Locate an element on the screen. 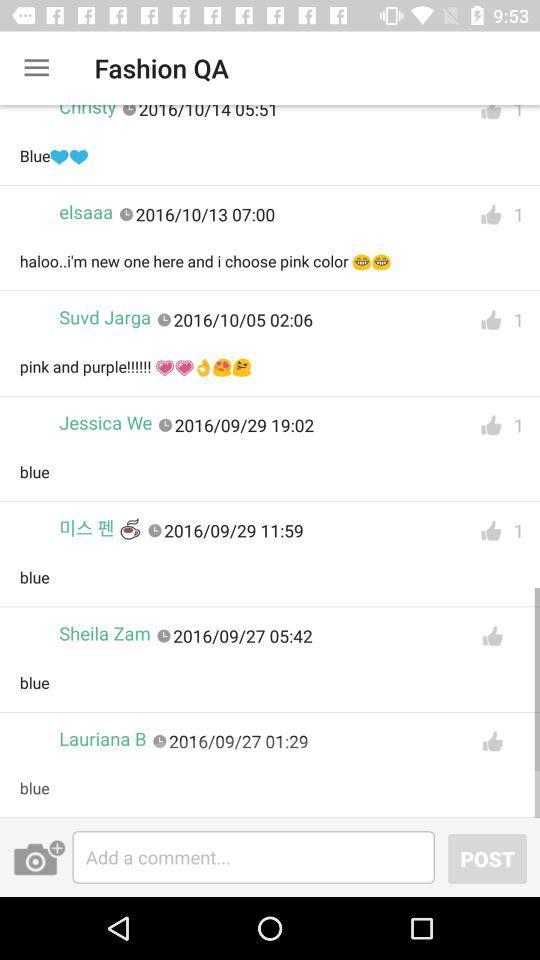 This screenshot has height=960, width=540. the sheila zam item is located at coordinates (104, 632).